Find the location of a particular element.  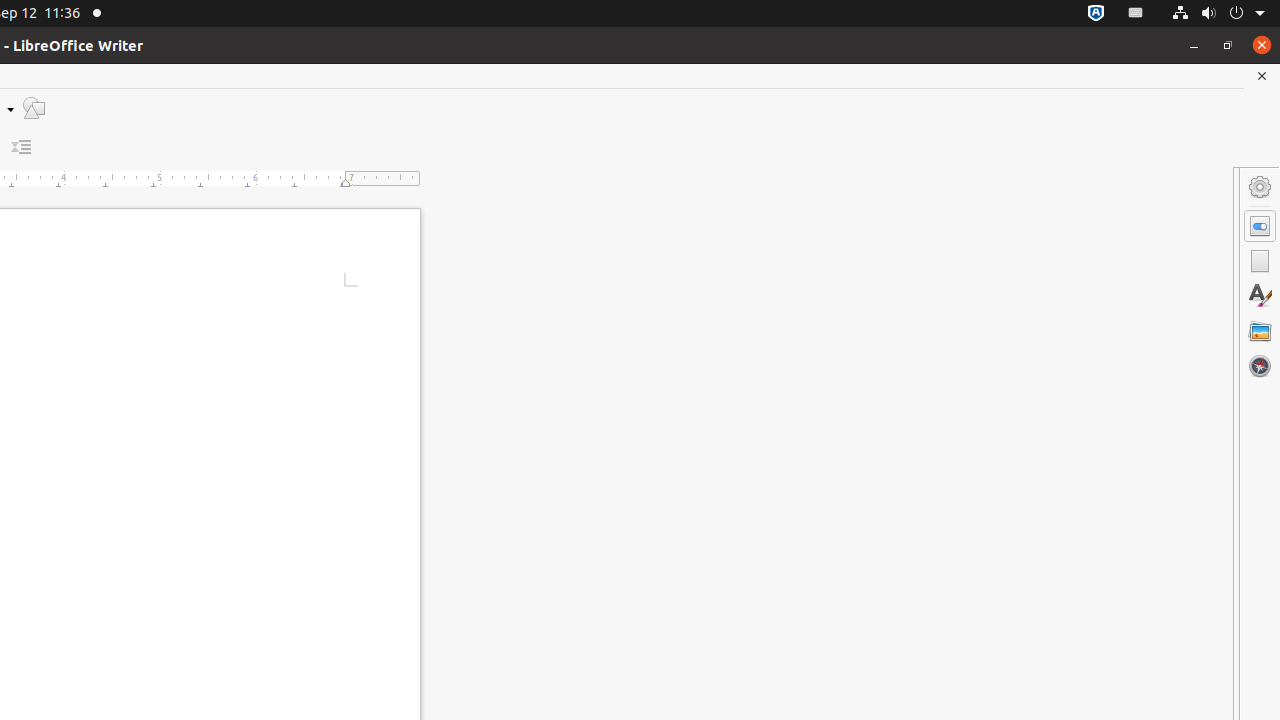

'Navigator' is located at coordinates (1259, 365).